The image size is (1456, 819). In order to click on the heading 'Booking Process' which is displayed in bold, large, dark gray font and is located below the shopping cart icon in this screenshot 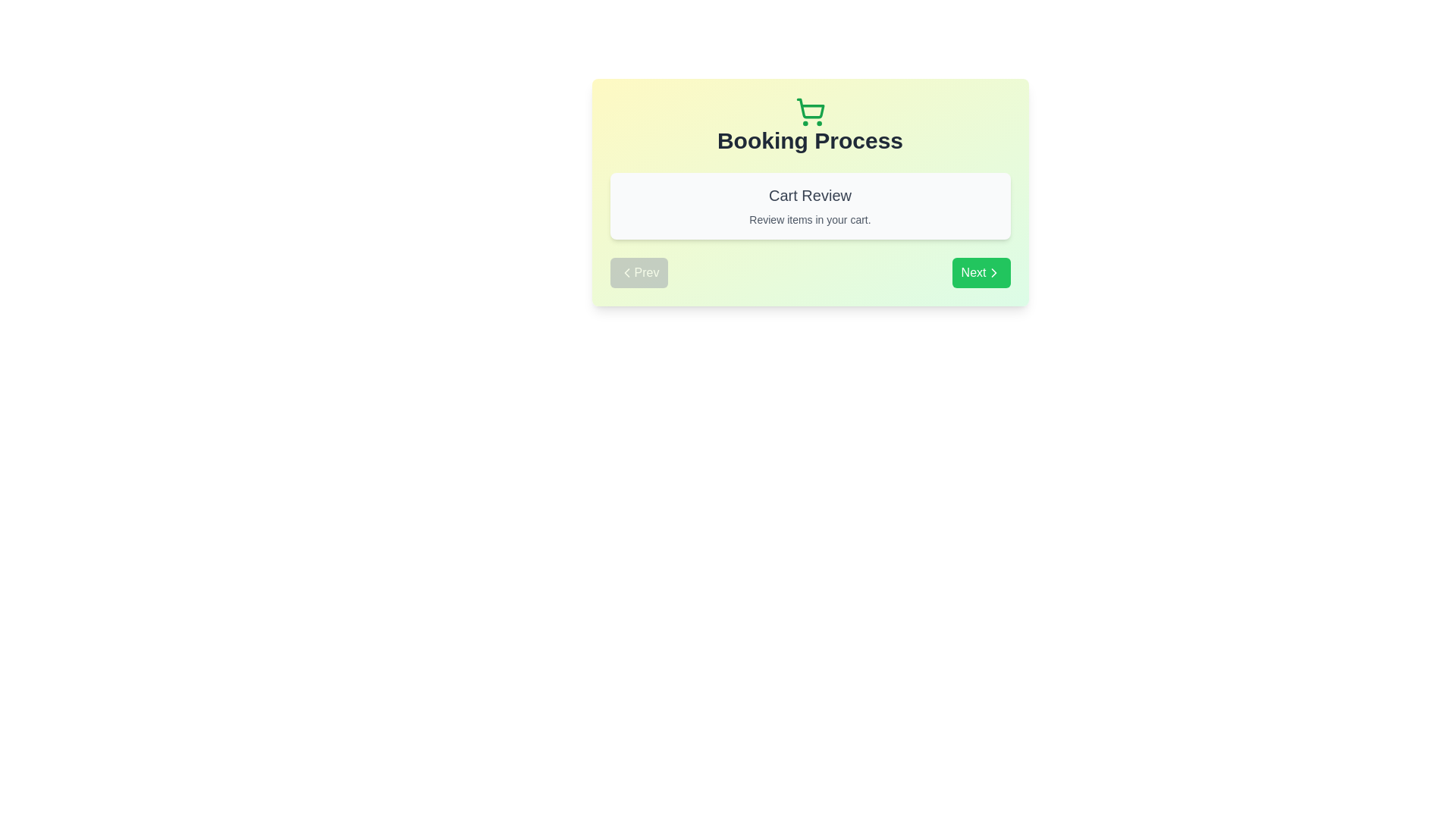, I will do `click(809, 124)`.